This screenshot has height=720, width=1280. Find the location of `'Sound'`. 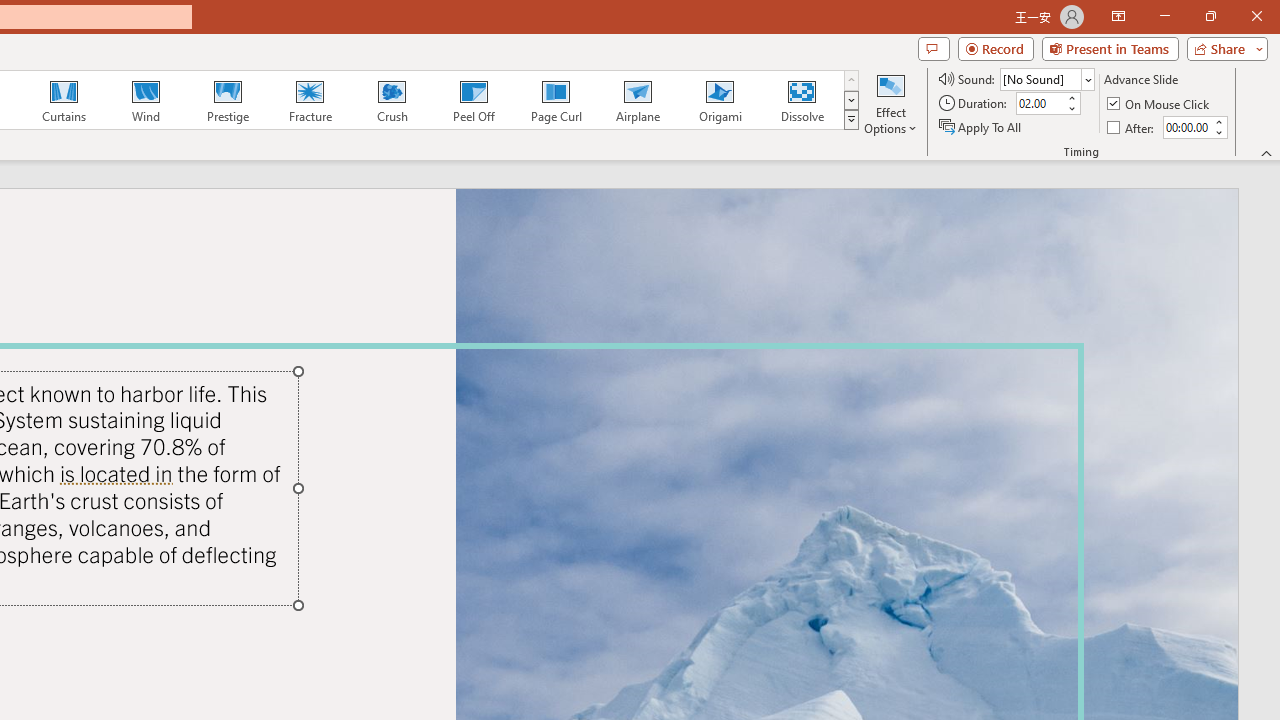

'Sound' is located at coordinates (1046, 78).